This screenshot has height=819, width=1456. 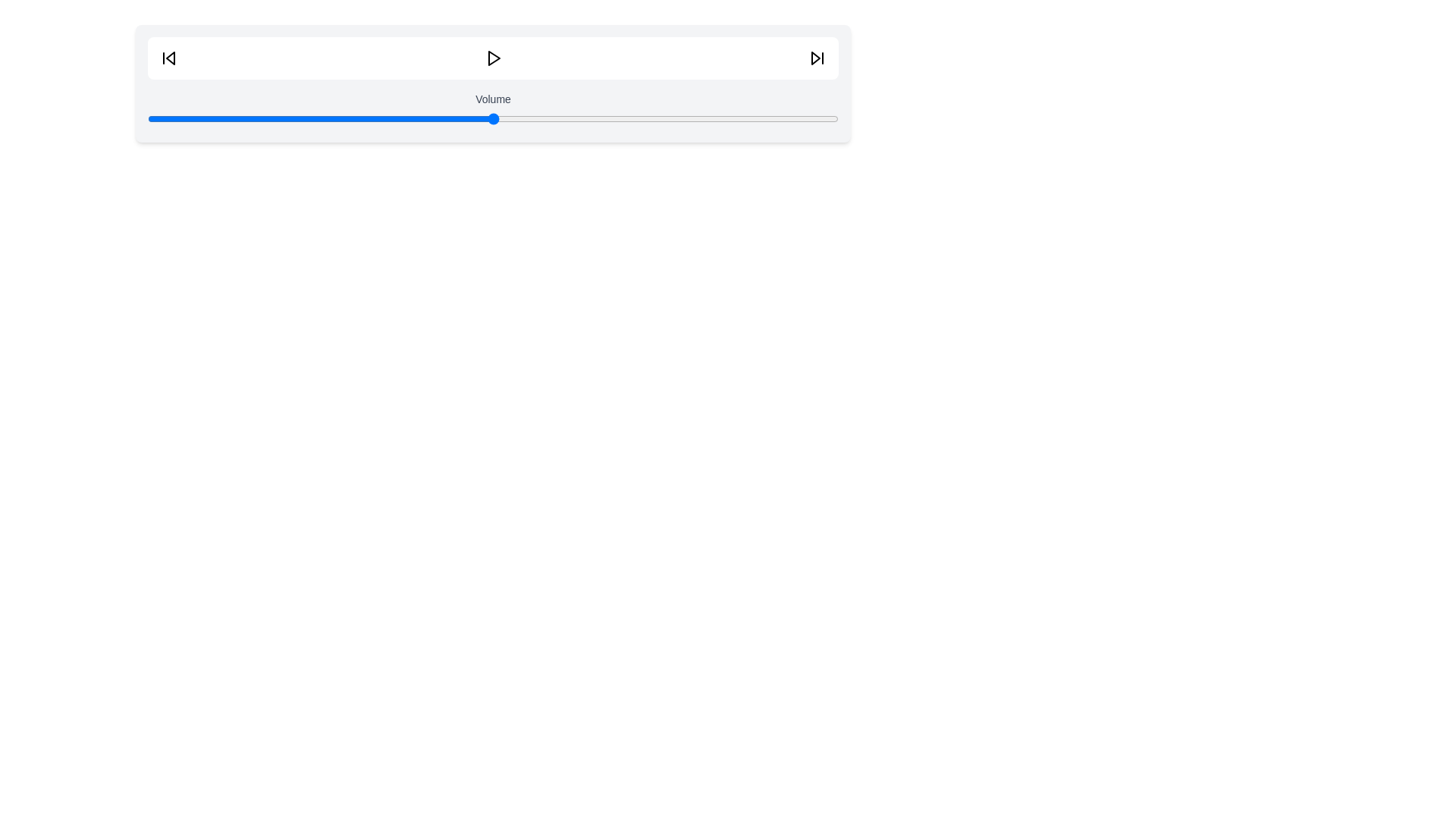 What do you see at coordinates (817, 118) in the screenshot?
I see `the volume level` at bounding box center [817, 118].